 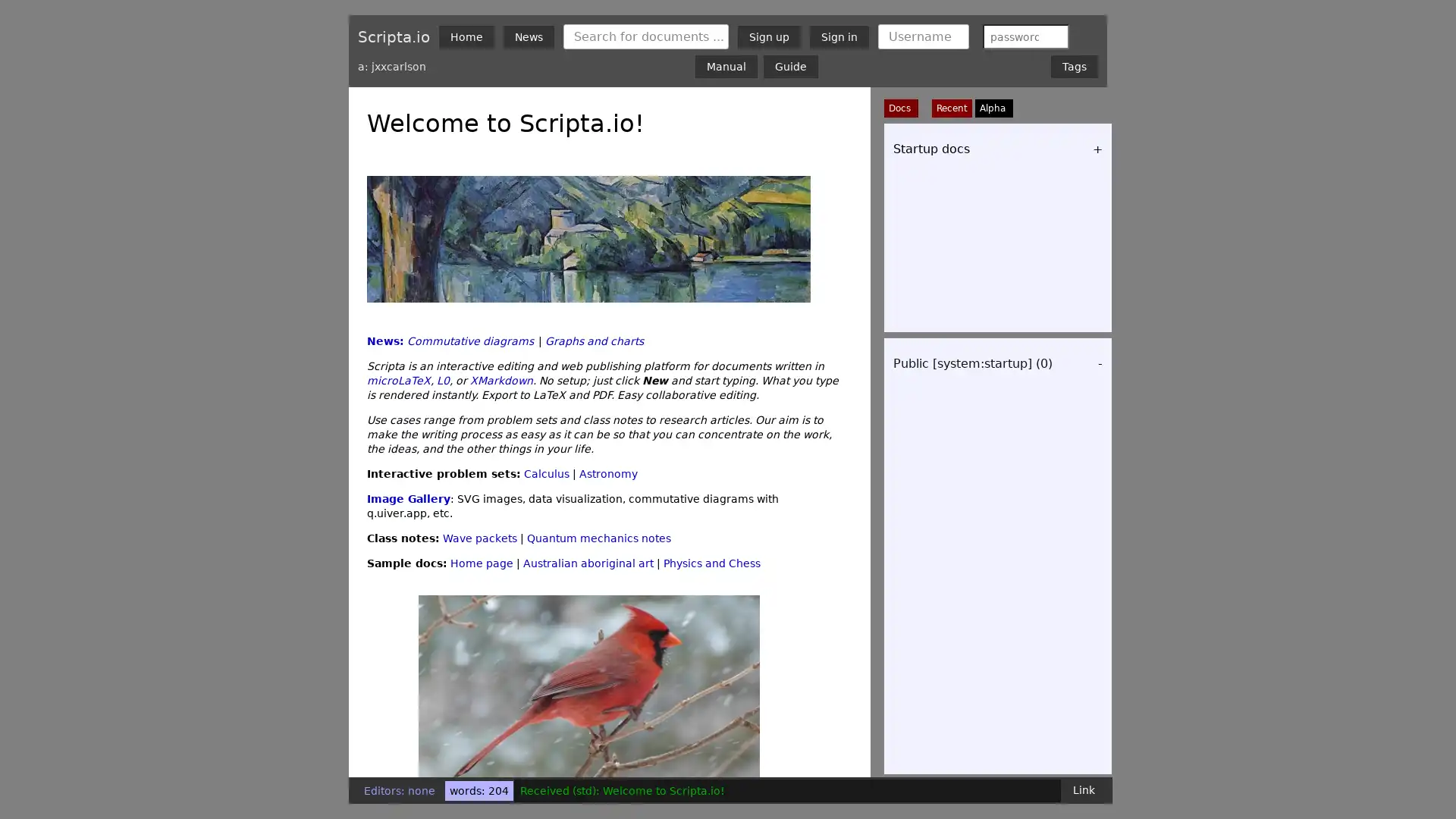 I want to click on Calculus, so click(x=546, y=472).